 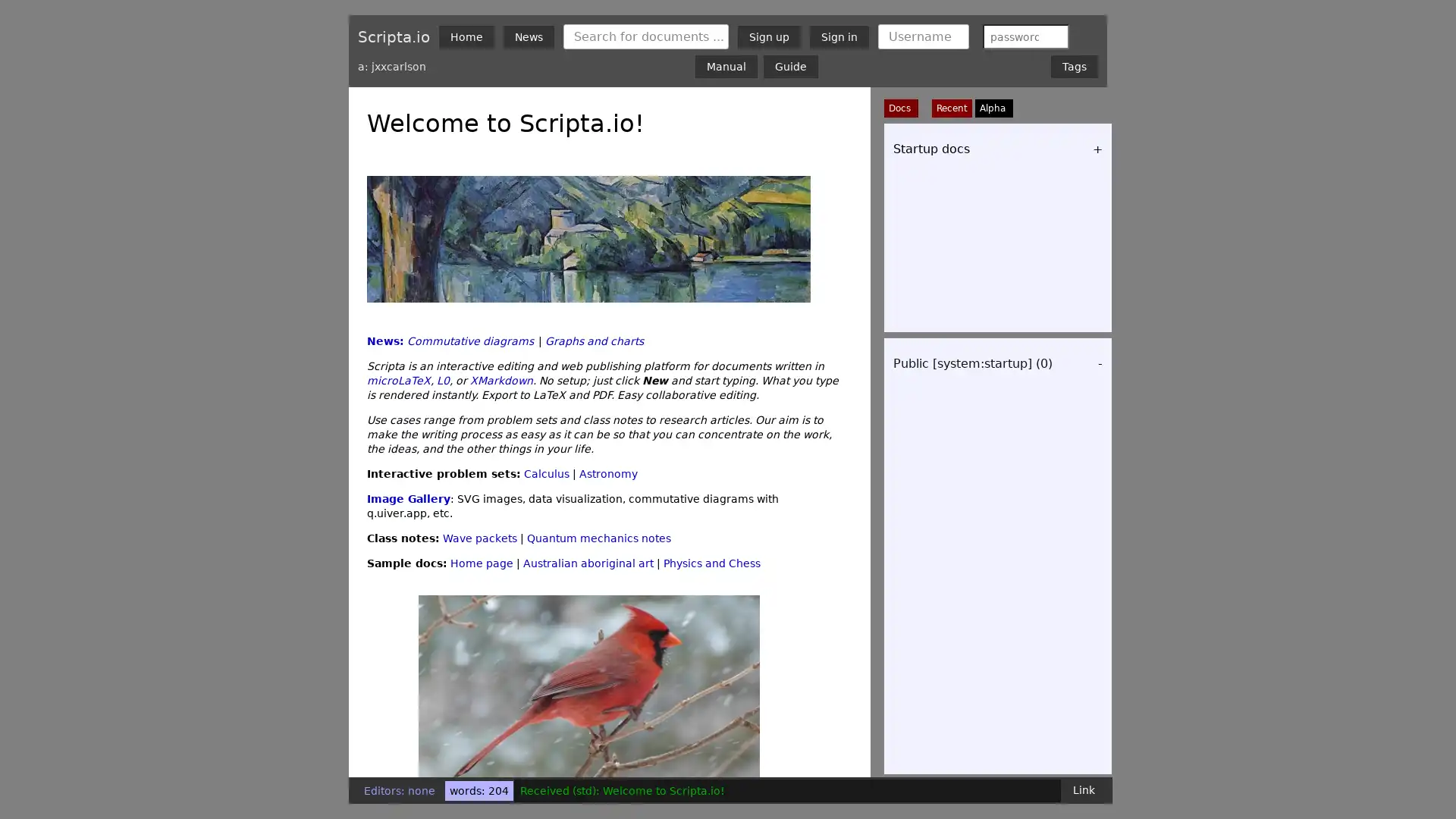 I want to click on Calculus, so click(x=546, y=472).